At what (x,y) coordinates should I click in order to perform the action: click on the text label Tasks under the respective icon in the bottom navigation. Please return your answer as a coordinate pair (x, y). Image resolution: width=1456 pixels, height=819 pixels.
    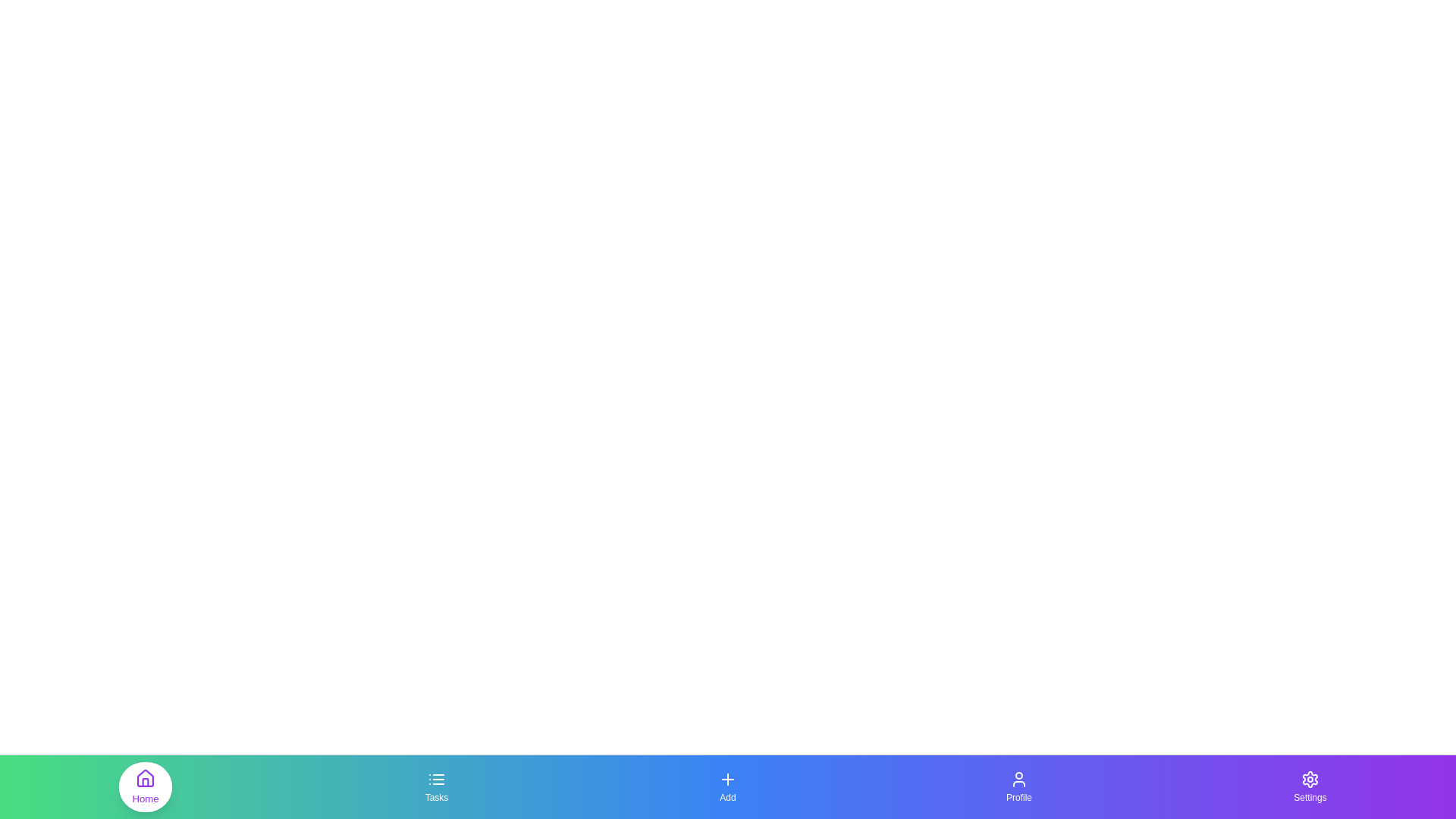
    Looking at the image, I should click on (436, 797).